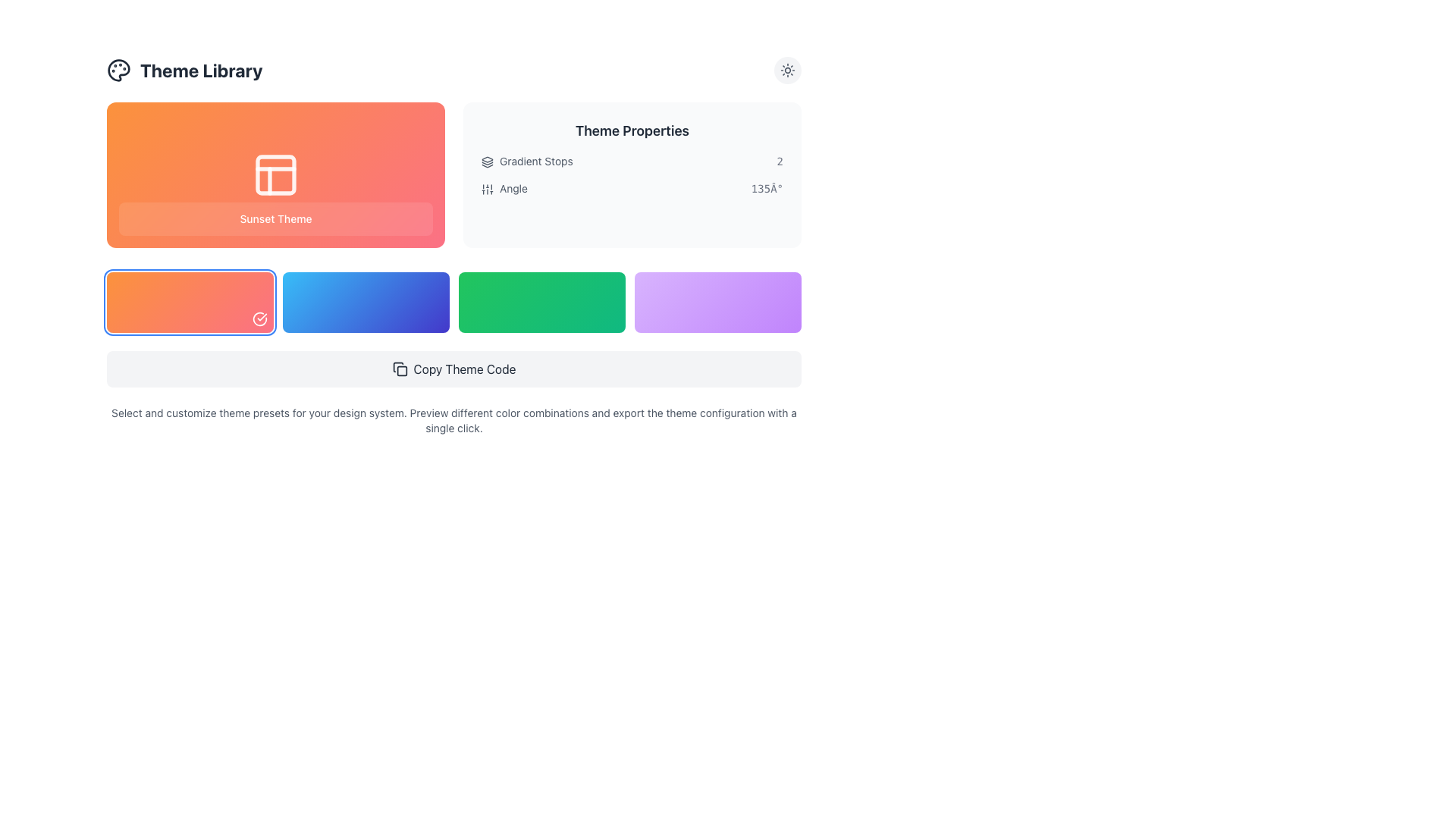 This screenshot has height=819, width=1456. What do you see at coordinates (767, 188) in the screenshot?
I see `the static text displaying the angle value '135°' in the 'Theme Properties' section` at bounding box center [767, 188].